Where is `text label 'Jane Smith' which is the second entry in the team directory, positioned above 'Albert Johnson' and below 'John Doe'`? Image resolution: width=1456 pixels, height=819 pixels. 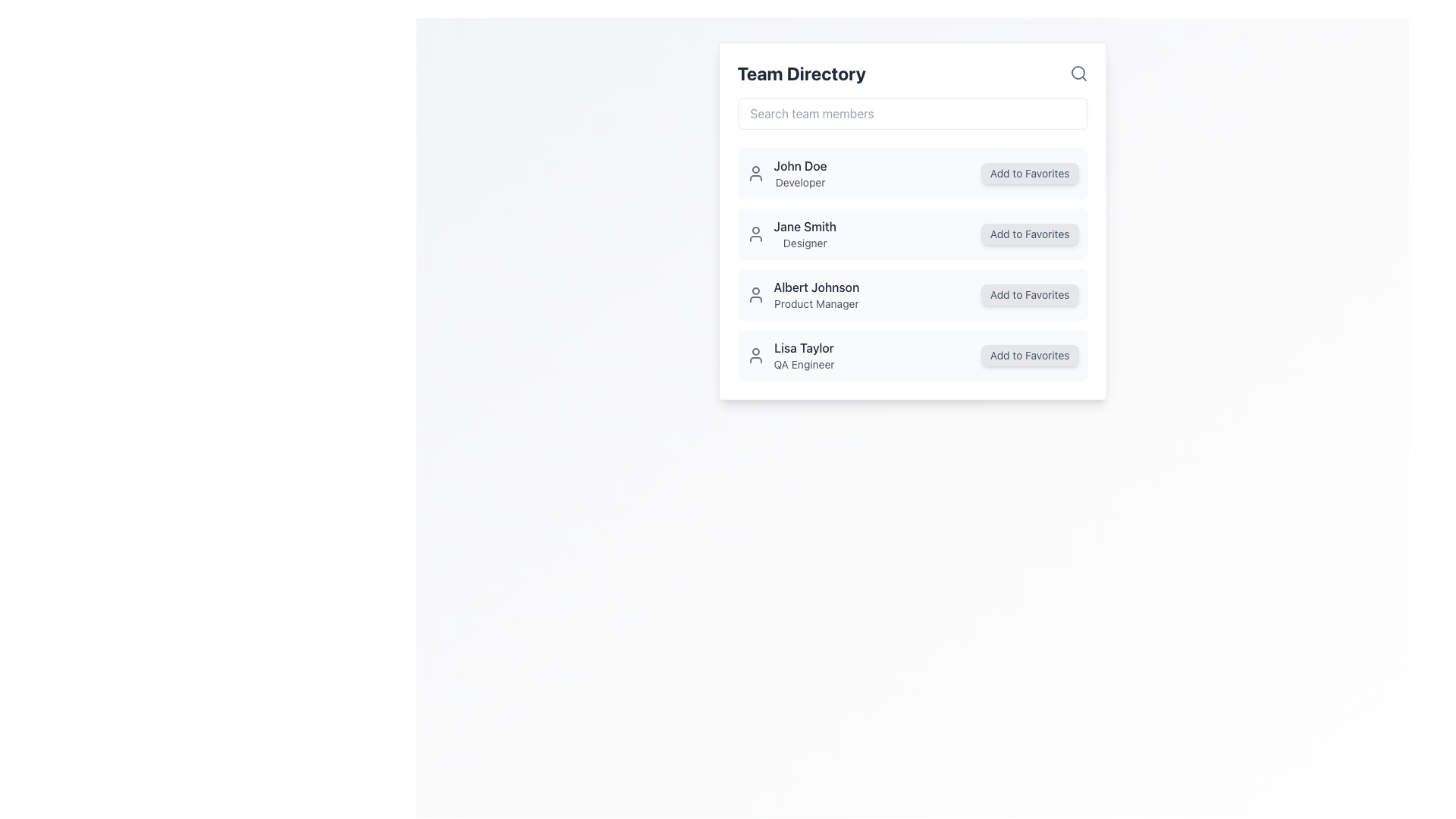
text label 'Jane Smith' which is the second entry in the team directory, positioned above 'Albert Johnson' and below 'John Doe' is located at coordinates (804, 227).